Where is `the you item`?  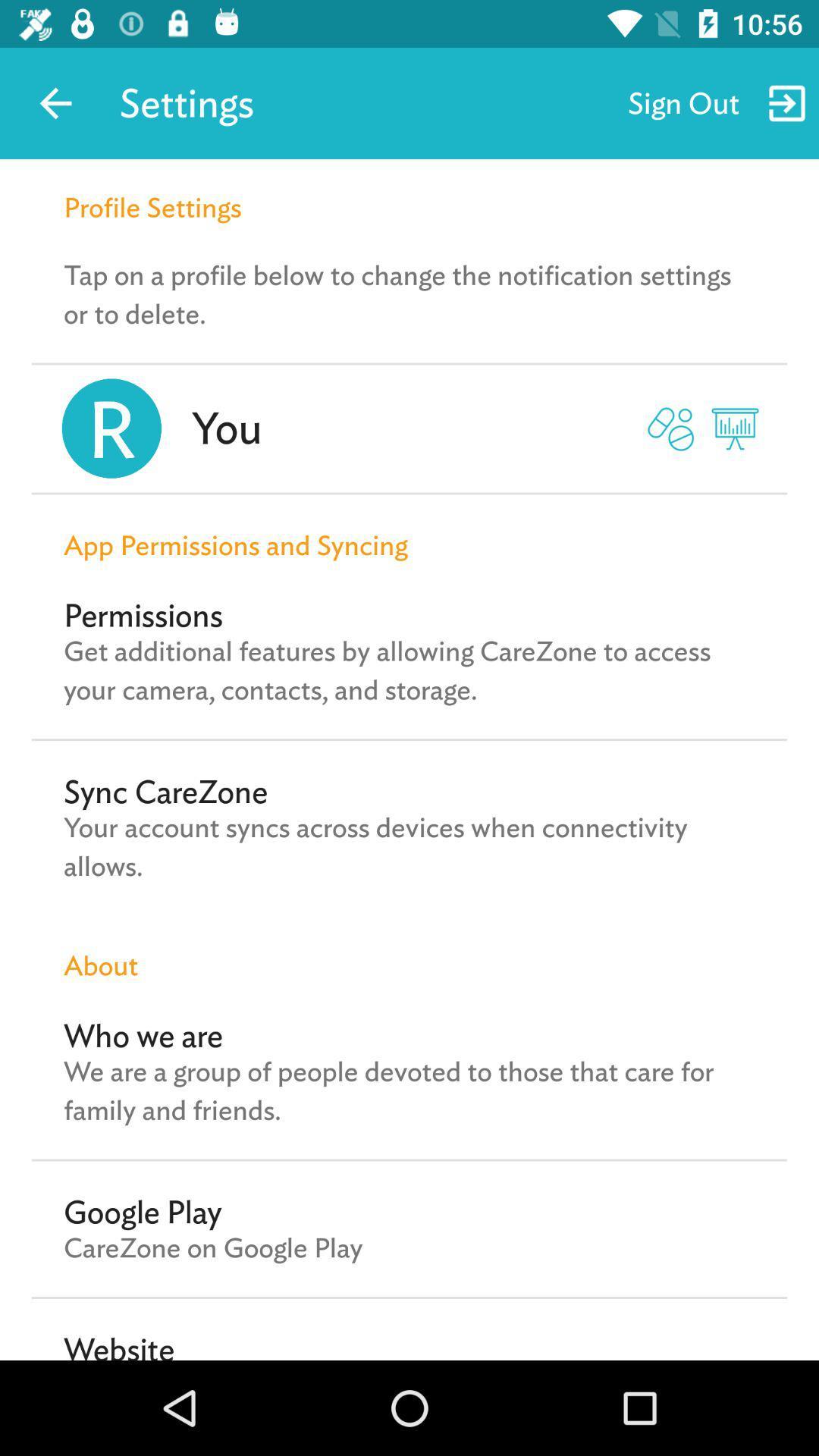 the you item is located at coordinates (227, 428).